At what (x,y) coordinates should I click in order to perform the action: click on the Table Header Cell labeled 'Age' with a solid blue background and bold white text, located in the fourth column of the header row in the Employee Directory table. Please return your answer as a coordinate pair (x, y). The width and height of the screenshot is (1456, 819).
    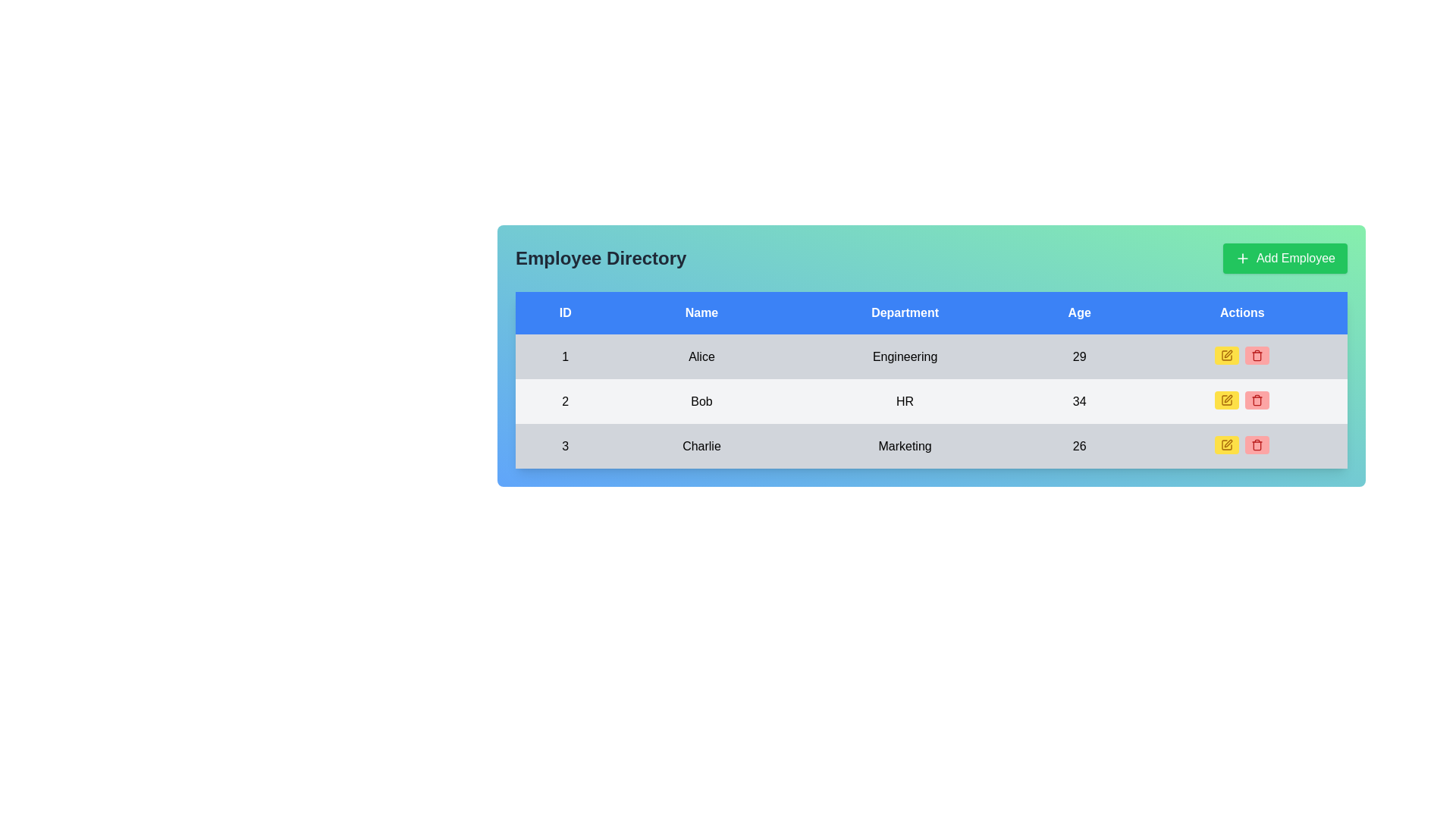
    Looking at the image, I should click on (1078, 312).